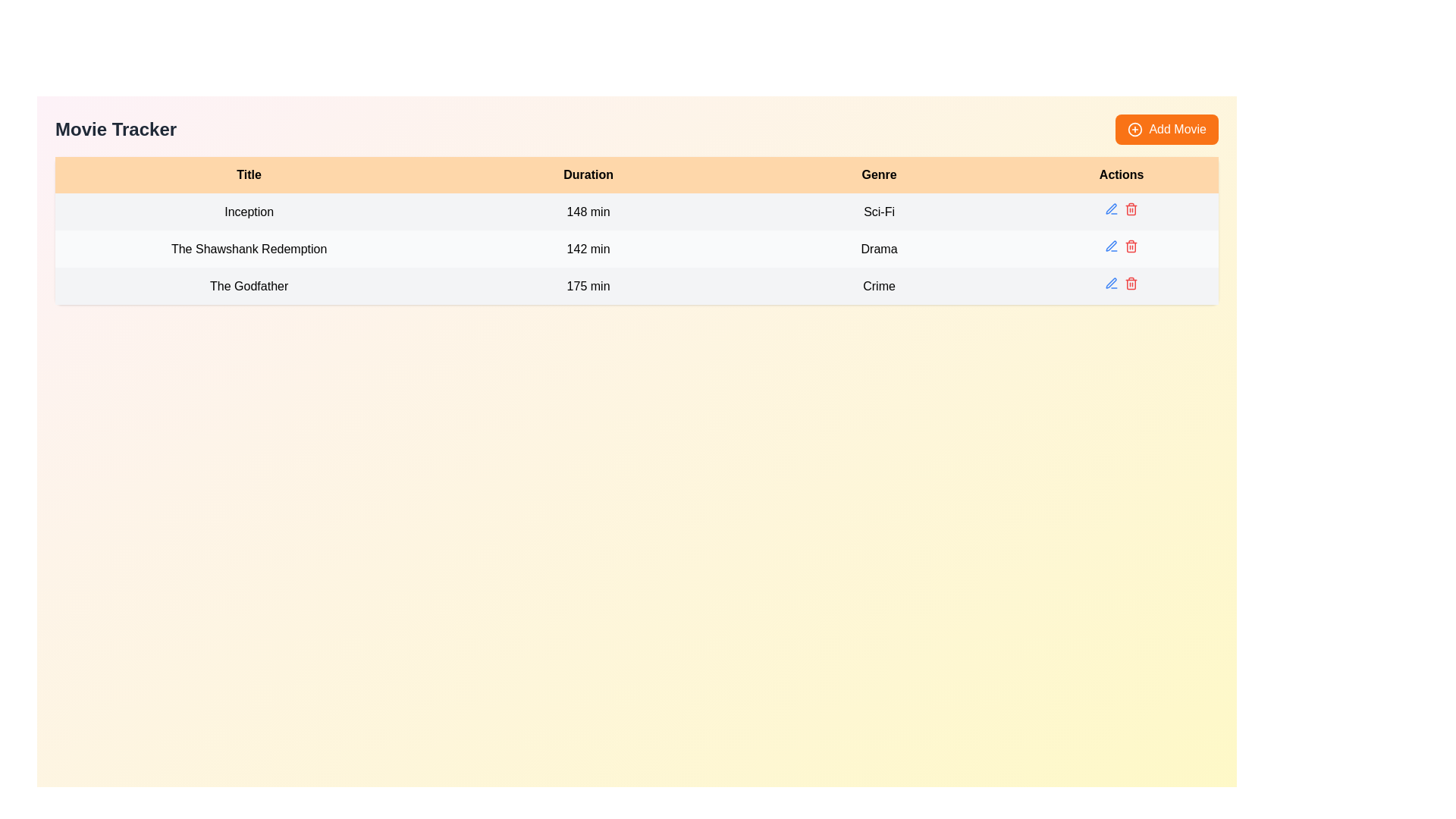 Image resolution: width=1456 pixels, height=819 pixels. Describe the element at coordinates (879, 248) in the screenshot. I see `the text label displaying 'Drama' in the 'Genre' column of the table for 'The Shawshank Redemption'` at that location.